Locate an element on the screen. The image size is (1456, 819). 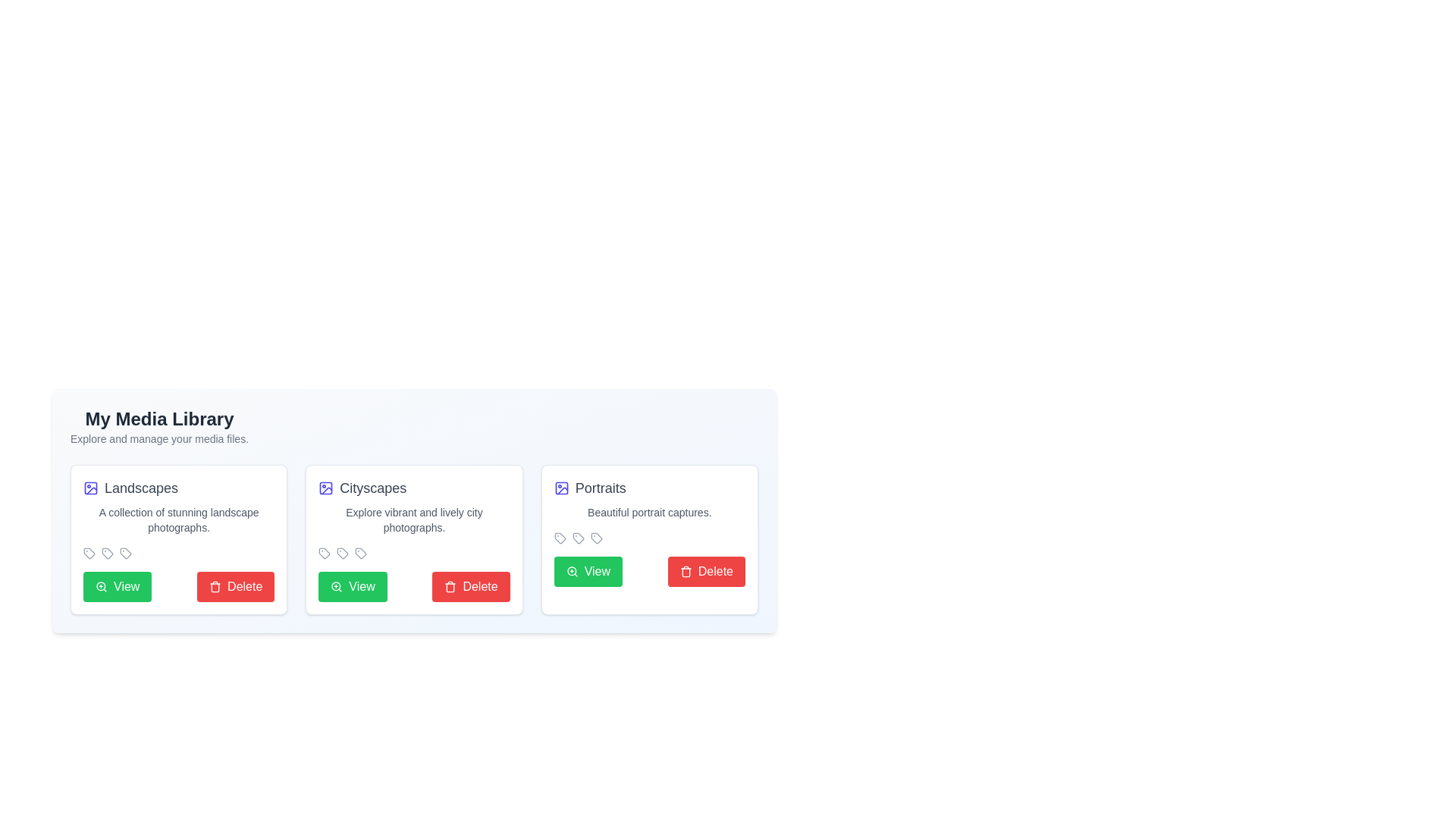
the 'View' text label element, which is styled with a white font on a green background and is located in the first green button in the 'My Media Library' interface, below the 'Landscapes' card is located at coordinates (127, 586).